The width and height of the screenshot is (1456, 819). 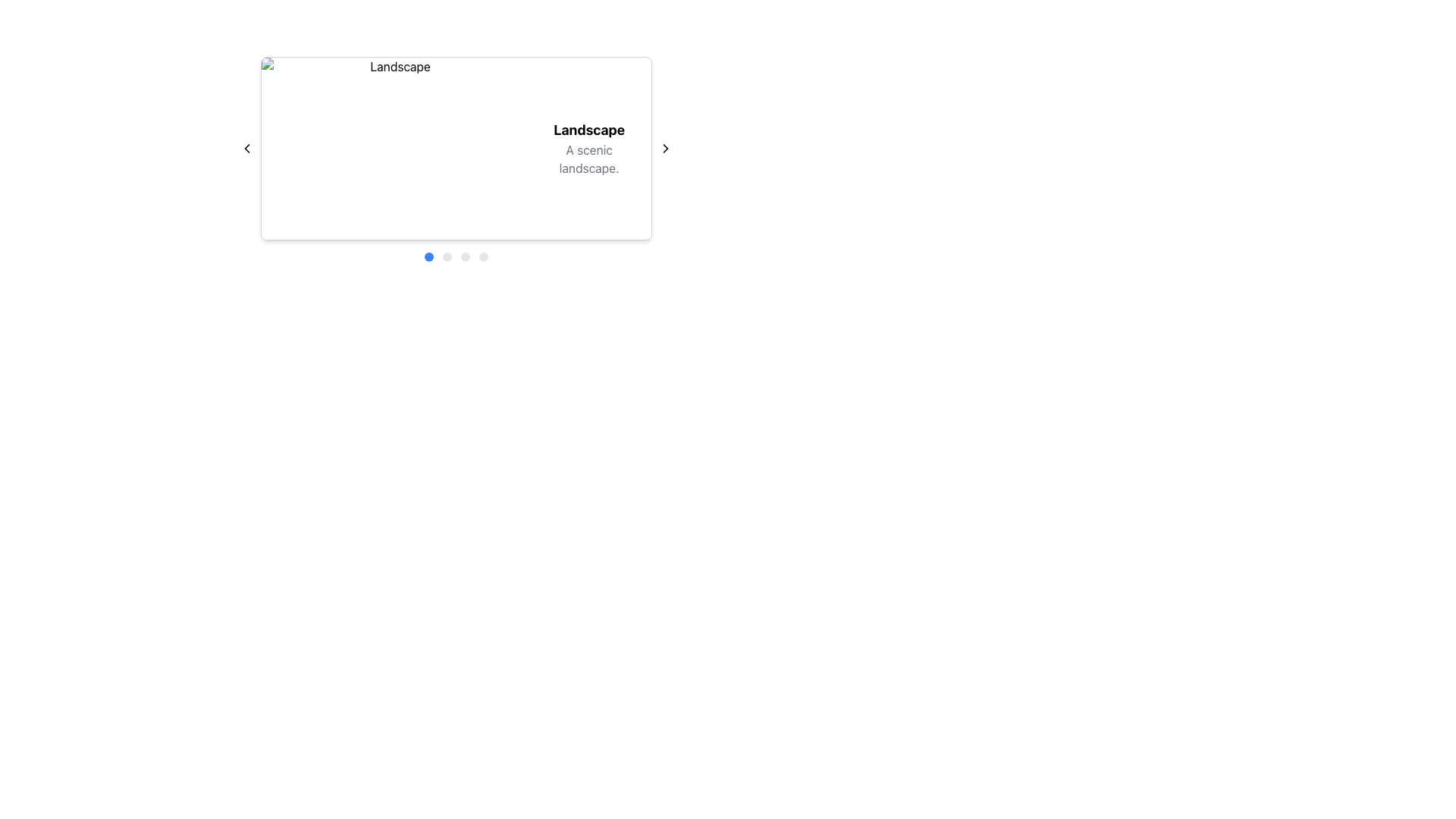 What do you see at coordinates (666, 149) in the screenshot?
I see `the right-facing chevron arrow icon, which is a minimalist design in black outline` at bounding box center [666, 149].